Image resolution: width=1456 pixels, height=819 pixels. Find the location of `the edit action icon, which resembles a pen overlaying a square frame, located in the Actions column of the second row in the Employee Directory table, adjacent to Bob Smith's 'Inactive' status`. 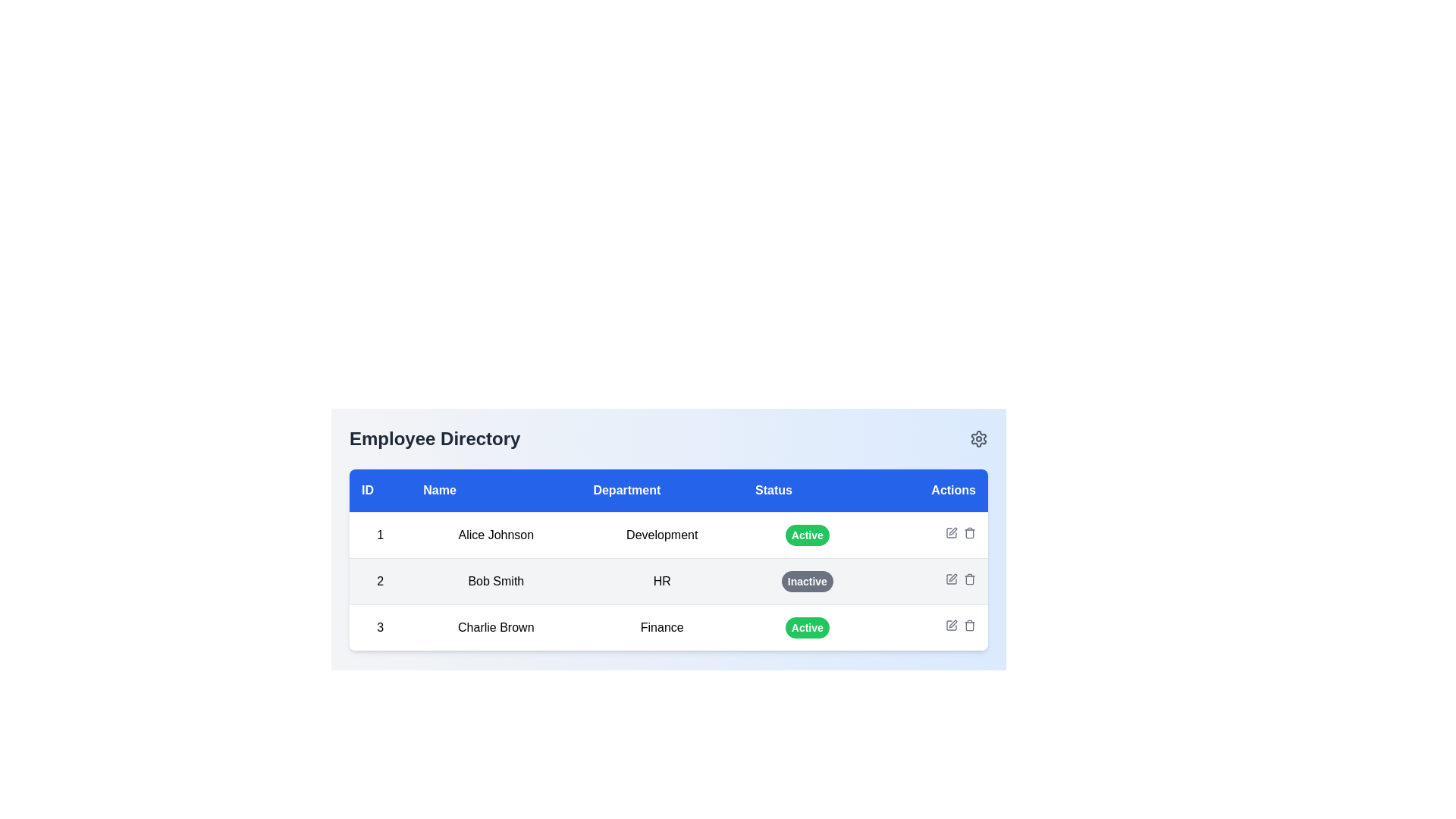

the edit action icon, which resembles a pen overlaying a square frame, located in the Actions column of the second row in the Employee Directory table, adjacent to Bob Smith's 'Inactive' status is located at coordinates (950, 626).